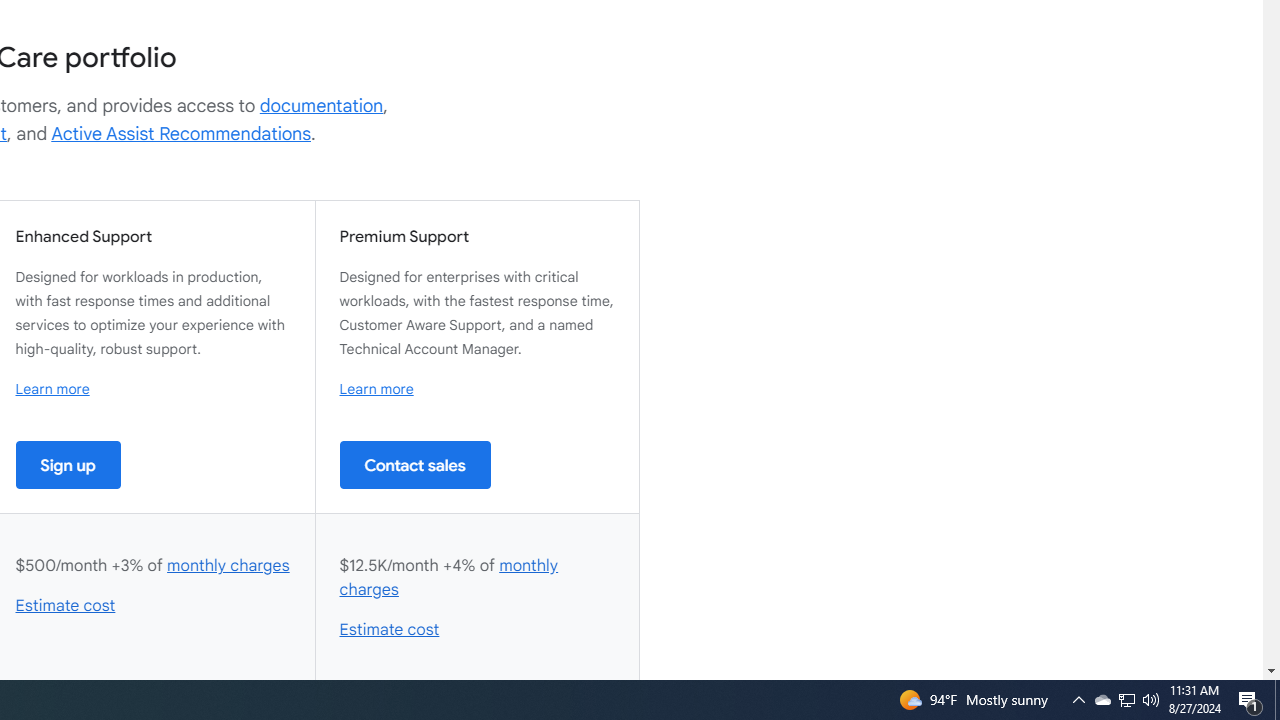 The height and width of the screenshot is (720, 1280). I want to click on 'Active Assist Recommendations', so click(181, 133).